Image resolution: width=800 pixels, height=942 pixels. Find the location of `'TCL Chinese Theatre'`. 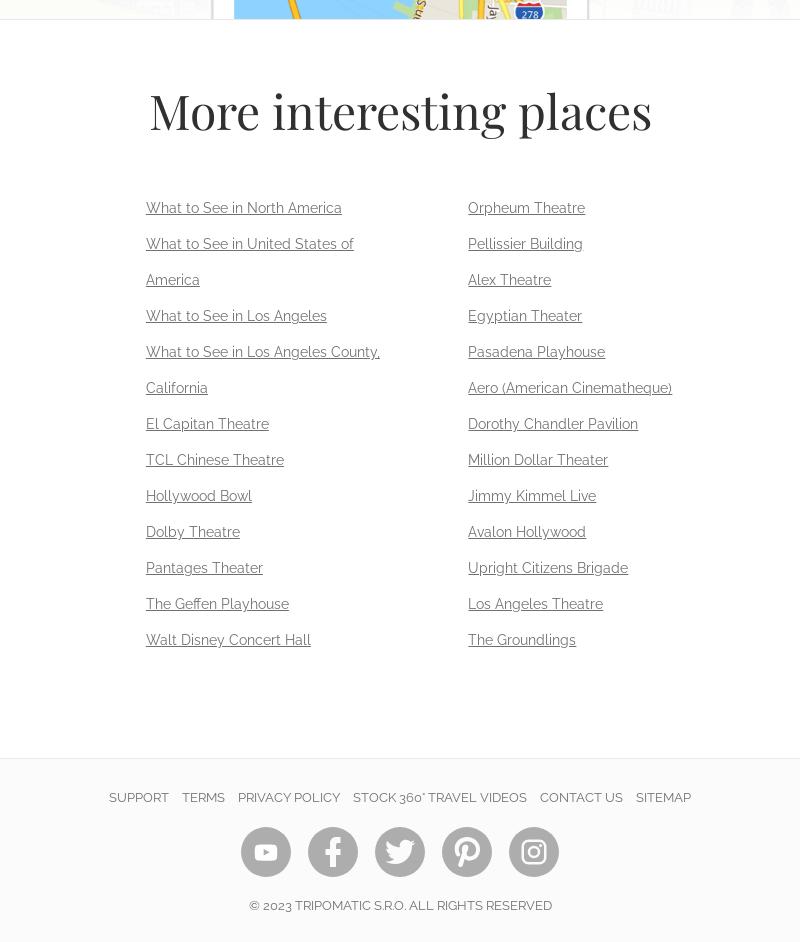

'TCL Chinese Theatre' is located at coordinates (214, 458).